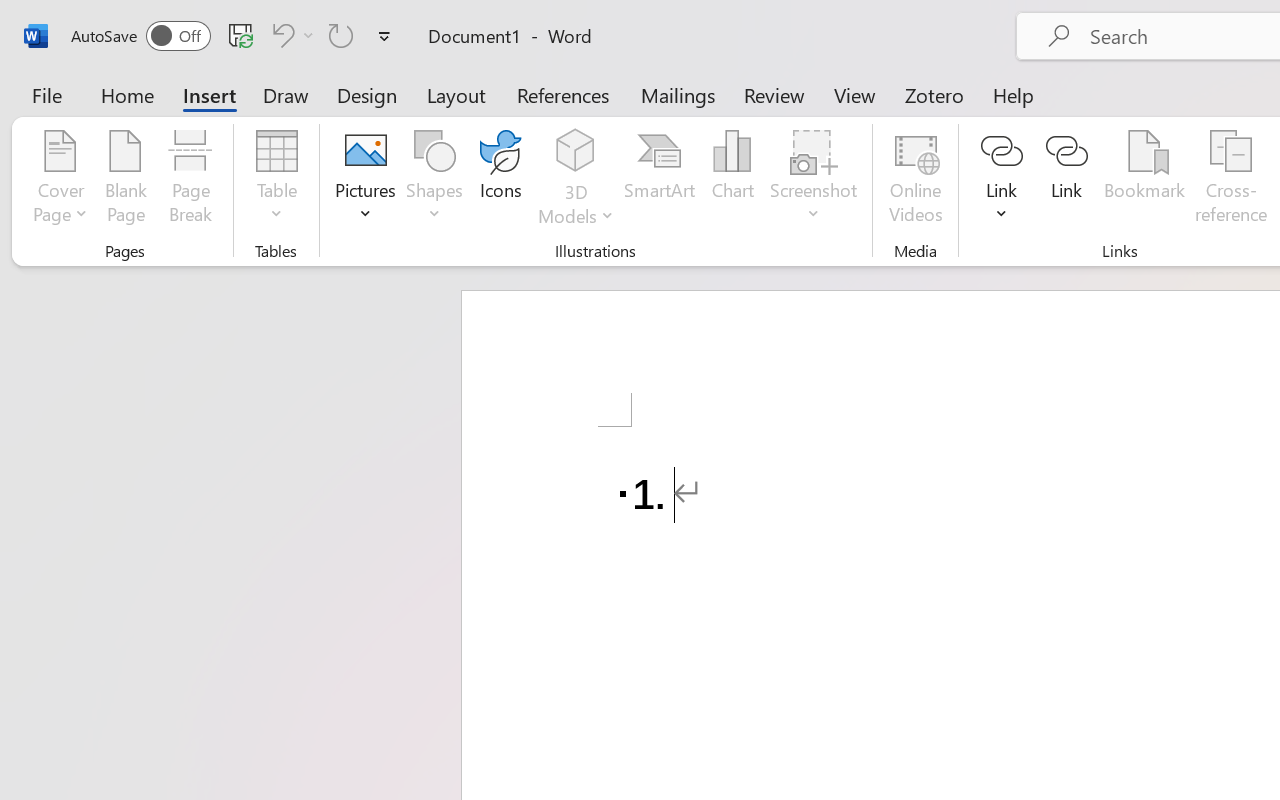  What do you see at coordinates (276, 179) in the screenshot?
I see `'Table'` at bounding box center [276, 179].